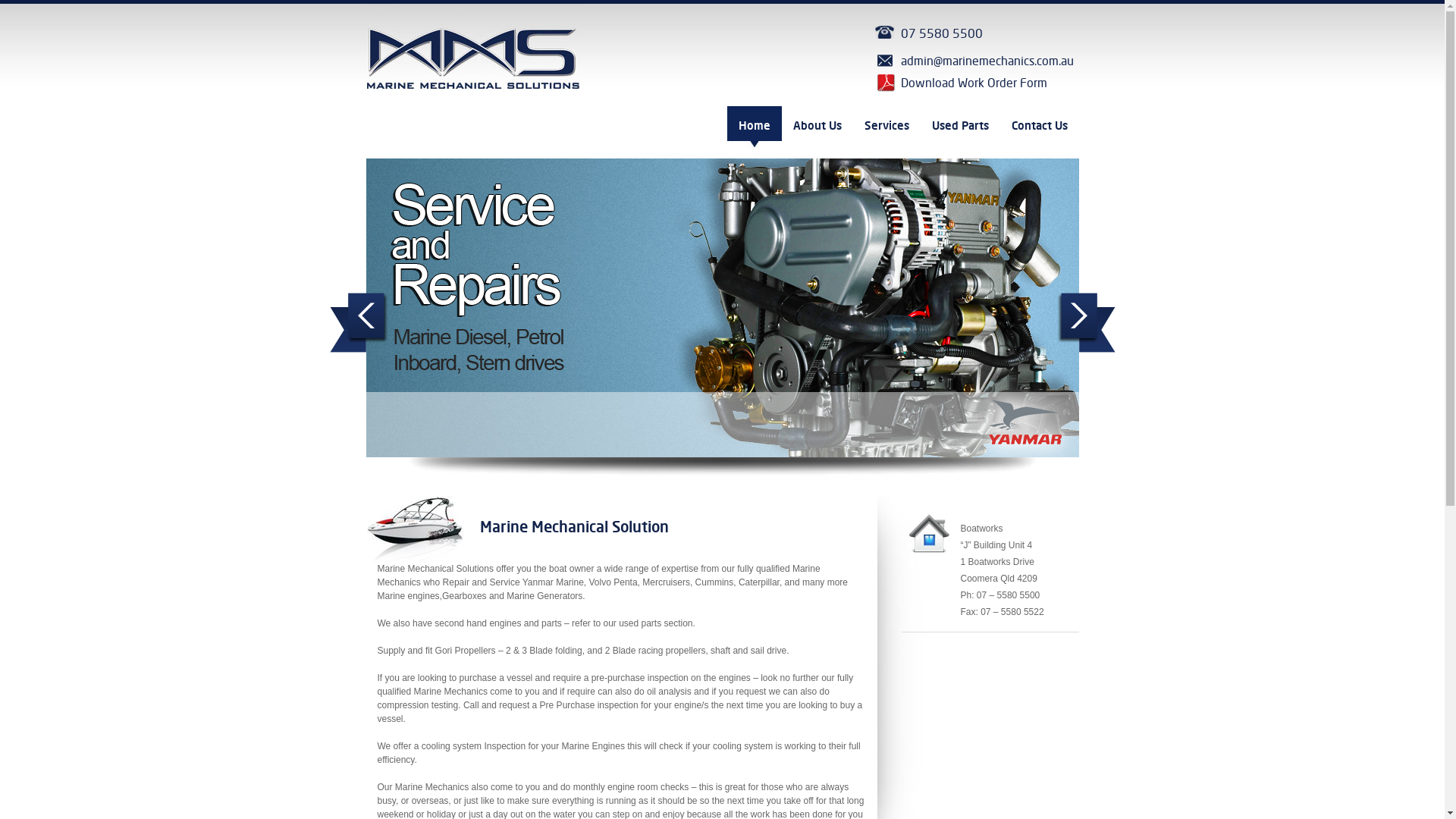 Image resolution: width=1456 pixels, height=819 pixels. Describe the element at coordinates (975, 83) in the screenshot. I see `'Download Work Order Form'` at that location.